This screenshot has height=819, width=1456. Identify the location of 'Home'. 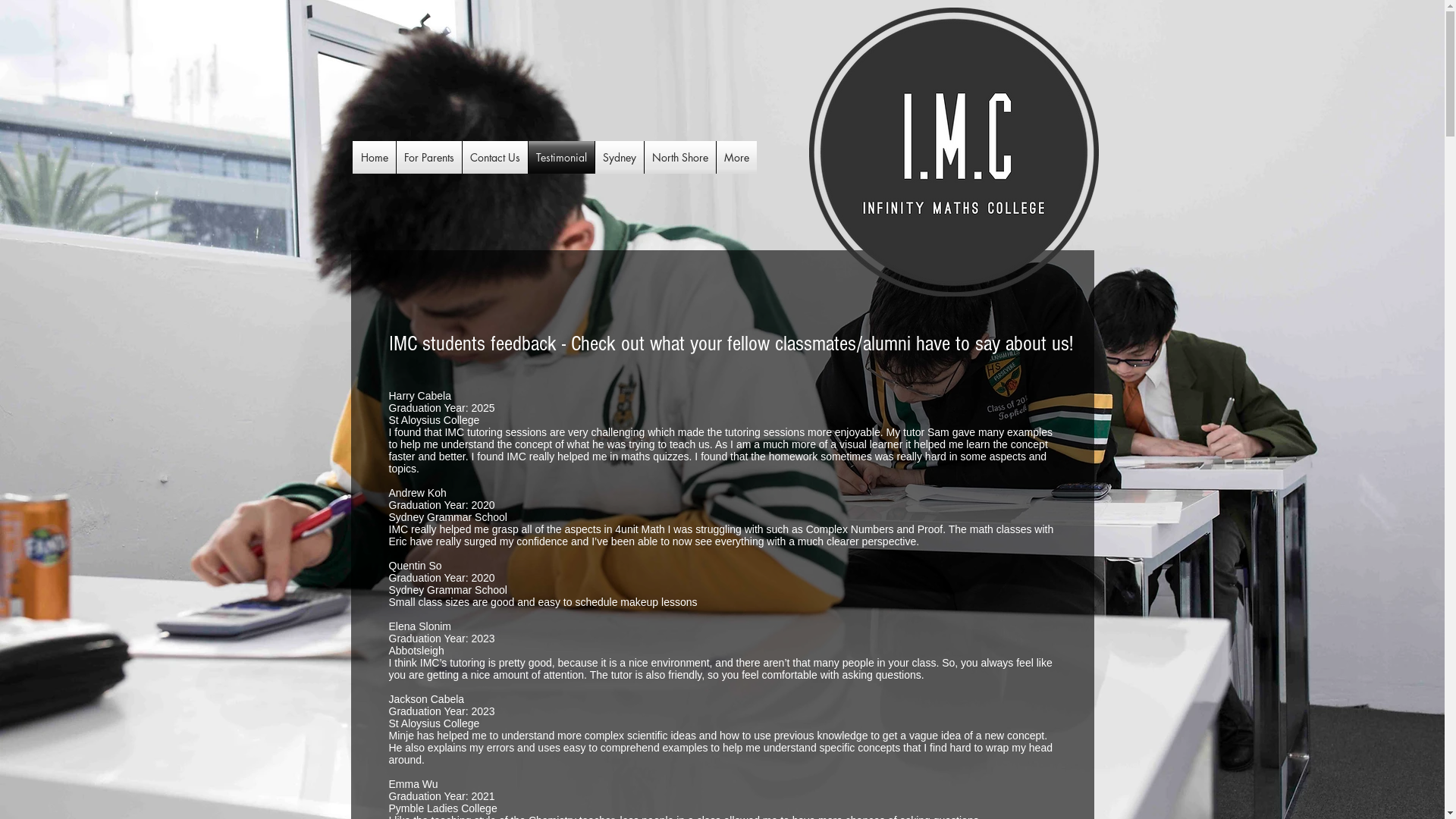
(375, 157).